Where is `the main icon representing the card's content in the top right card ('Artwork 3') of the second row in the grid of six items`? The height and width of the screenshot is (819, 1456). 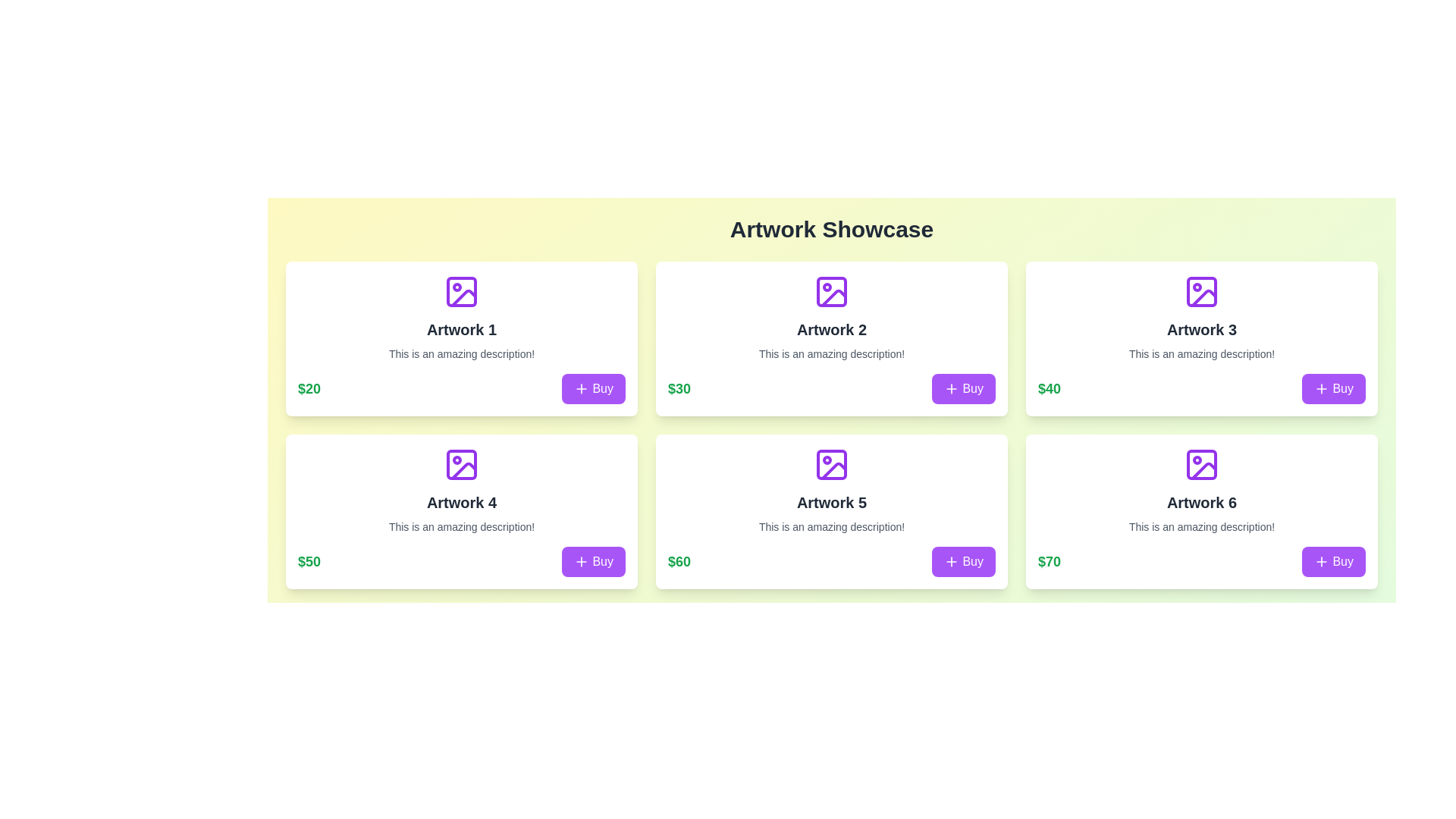
the main icon representing the card's content in the top right card ('Artwork 3') of the second row in the grid of six items is located at coordinates (1200, 292).